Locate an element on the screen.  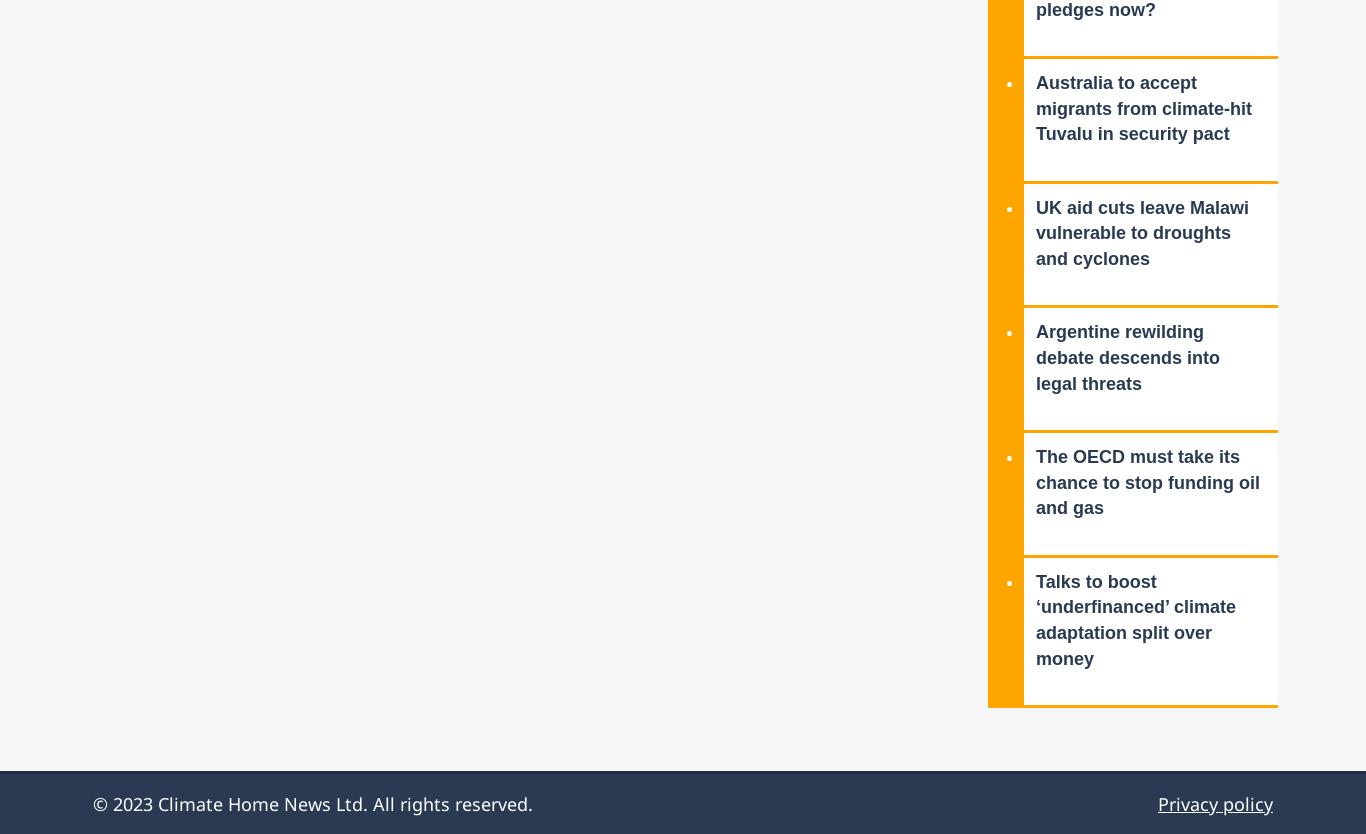
'UK aid cuts leave Malawi vulnerable to droughts and cyclones' is located at coordinates (1142, 232).